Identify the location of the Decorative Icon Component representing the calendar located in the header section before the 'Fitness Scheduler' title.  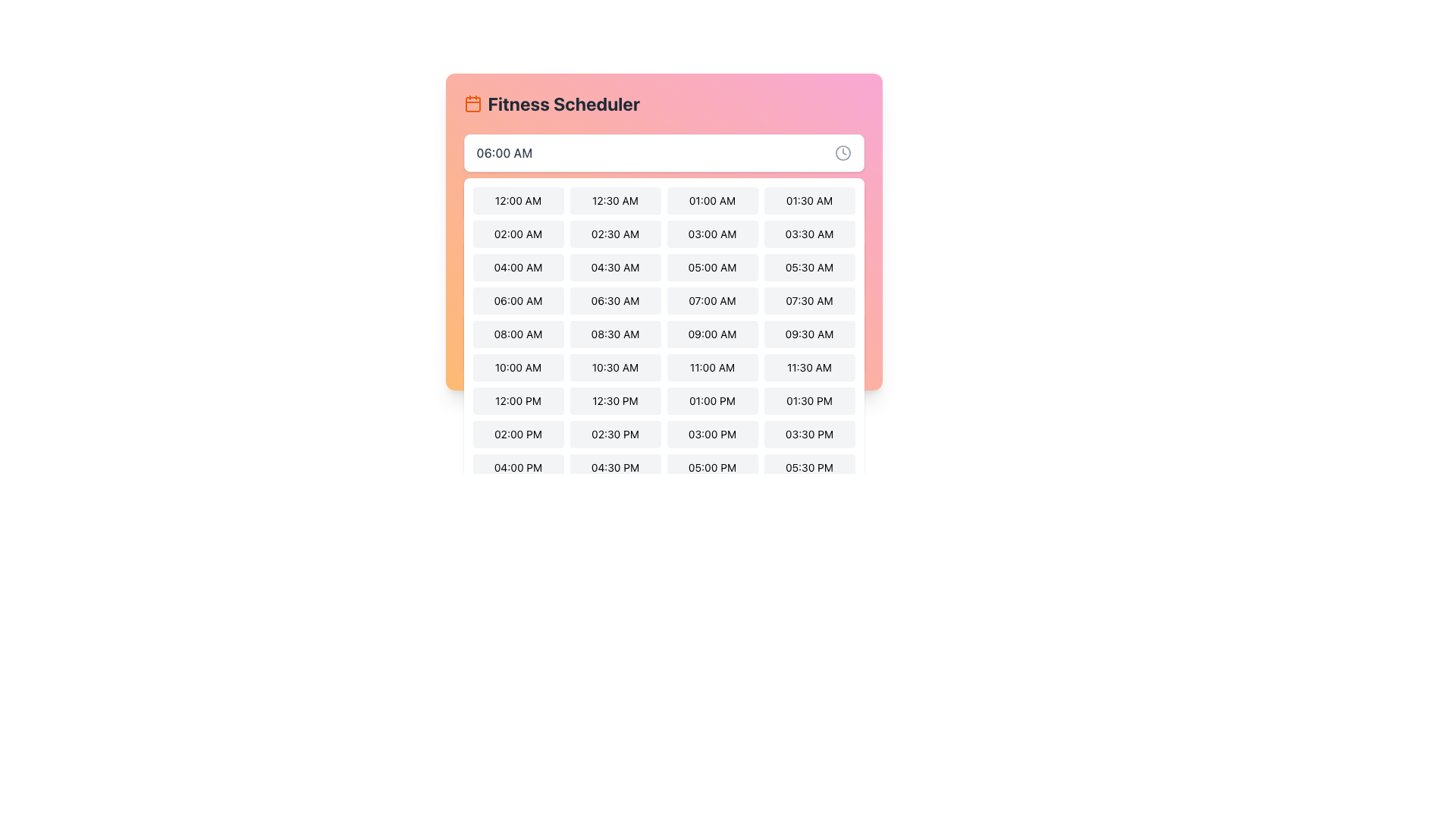
(472, 104).